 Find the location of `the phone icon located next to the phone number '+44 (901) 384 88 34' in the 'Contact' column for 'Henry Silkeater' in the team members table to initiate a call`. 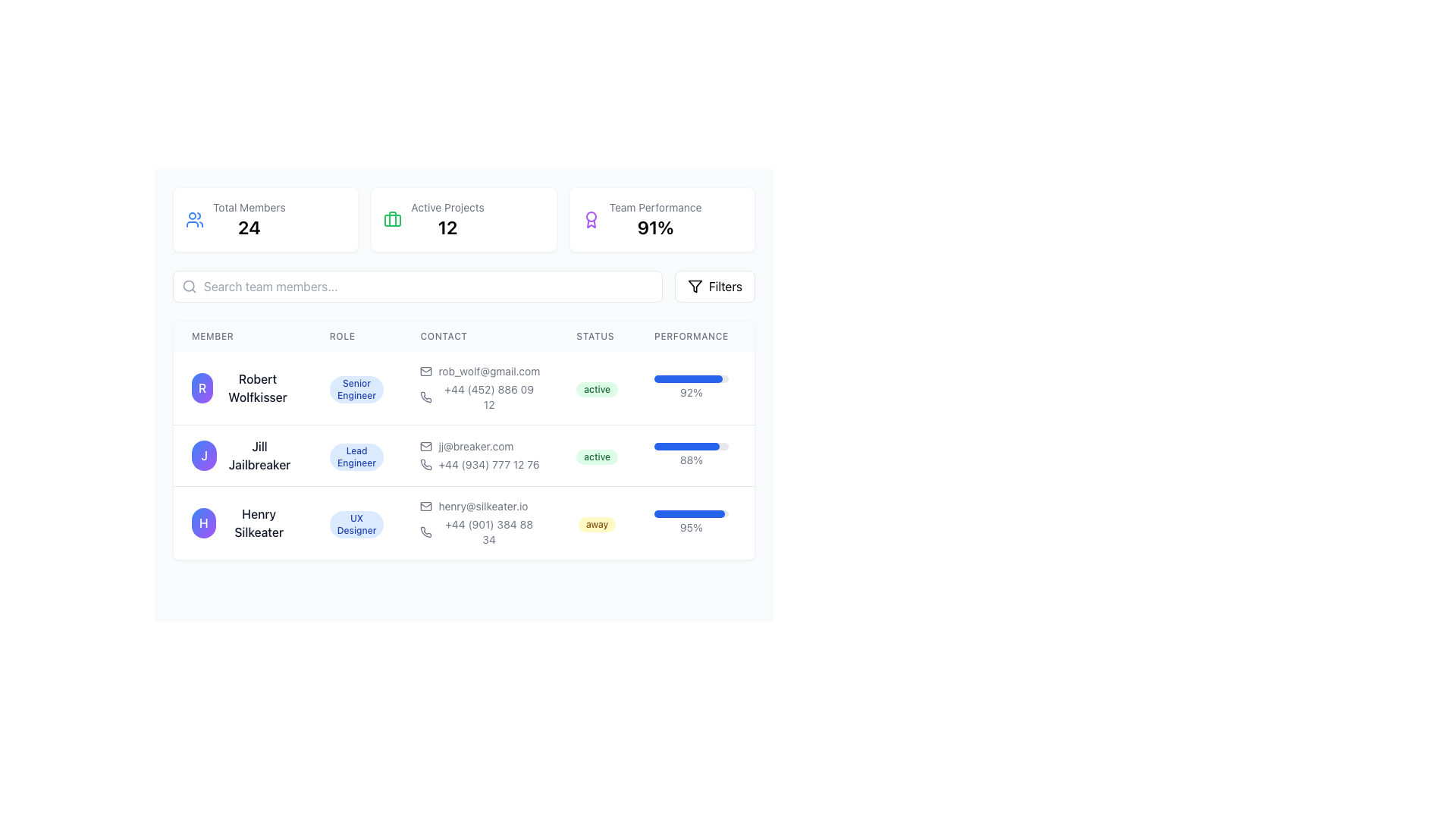

the phone icon located next to the phone number '+44 (901) 384 88 34' in the 'Contact' column for 'Henry Silkeater' in the team members table to initiate a call is located at coordinates (479, 522).